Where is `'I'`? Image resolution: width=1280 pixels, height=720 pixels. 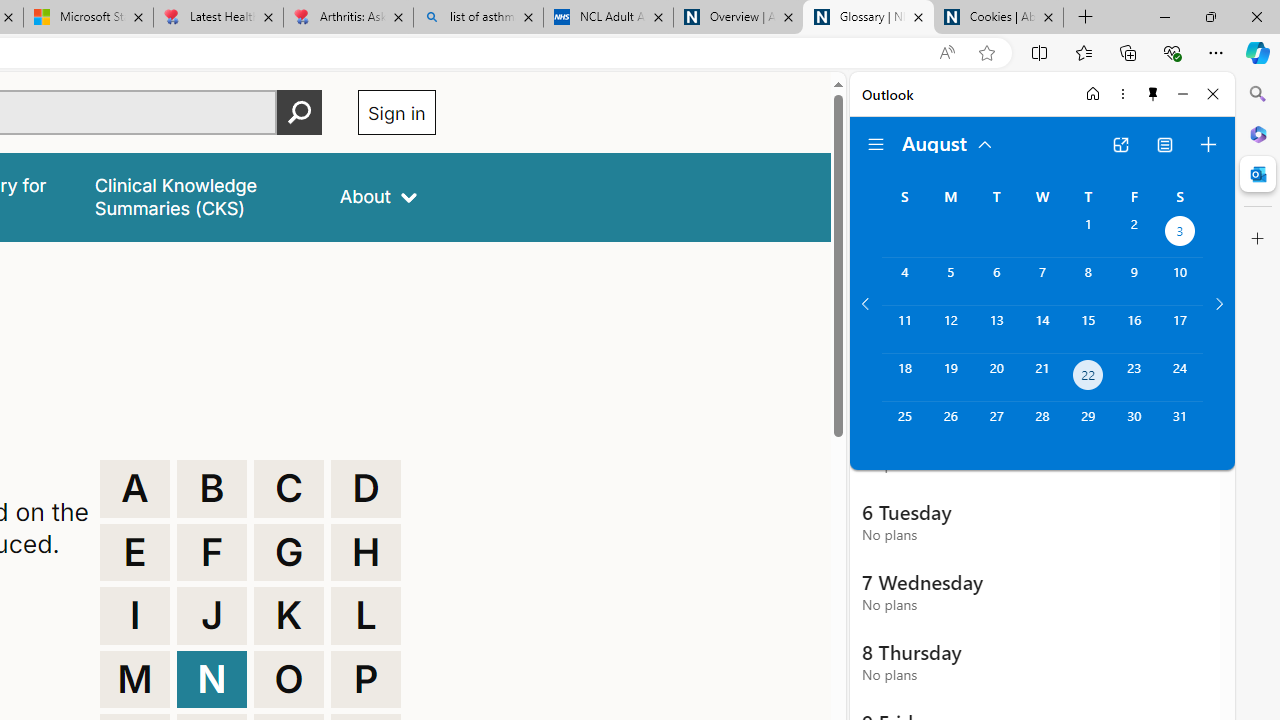
'I' is located at coordinates (134, 614).